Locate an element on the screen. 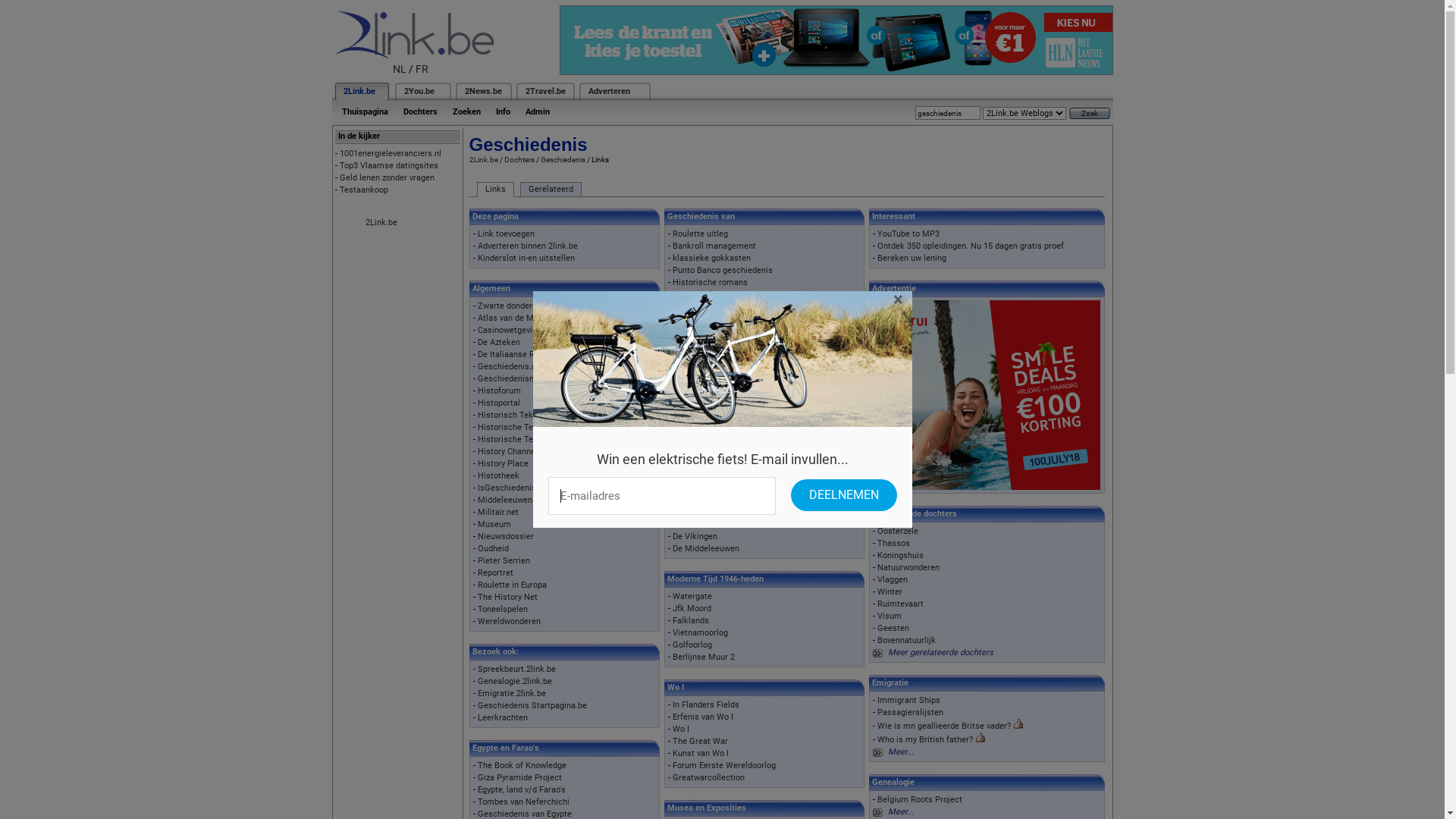  '2You.be' is located at coordinates (419, 91).